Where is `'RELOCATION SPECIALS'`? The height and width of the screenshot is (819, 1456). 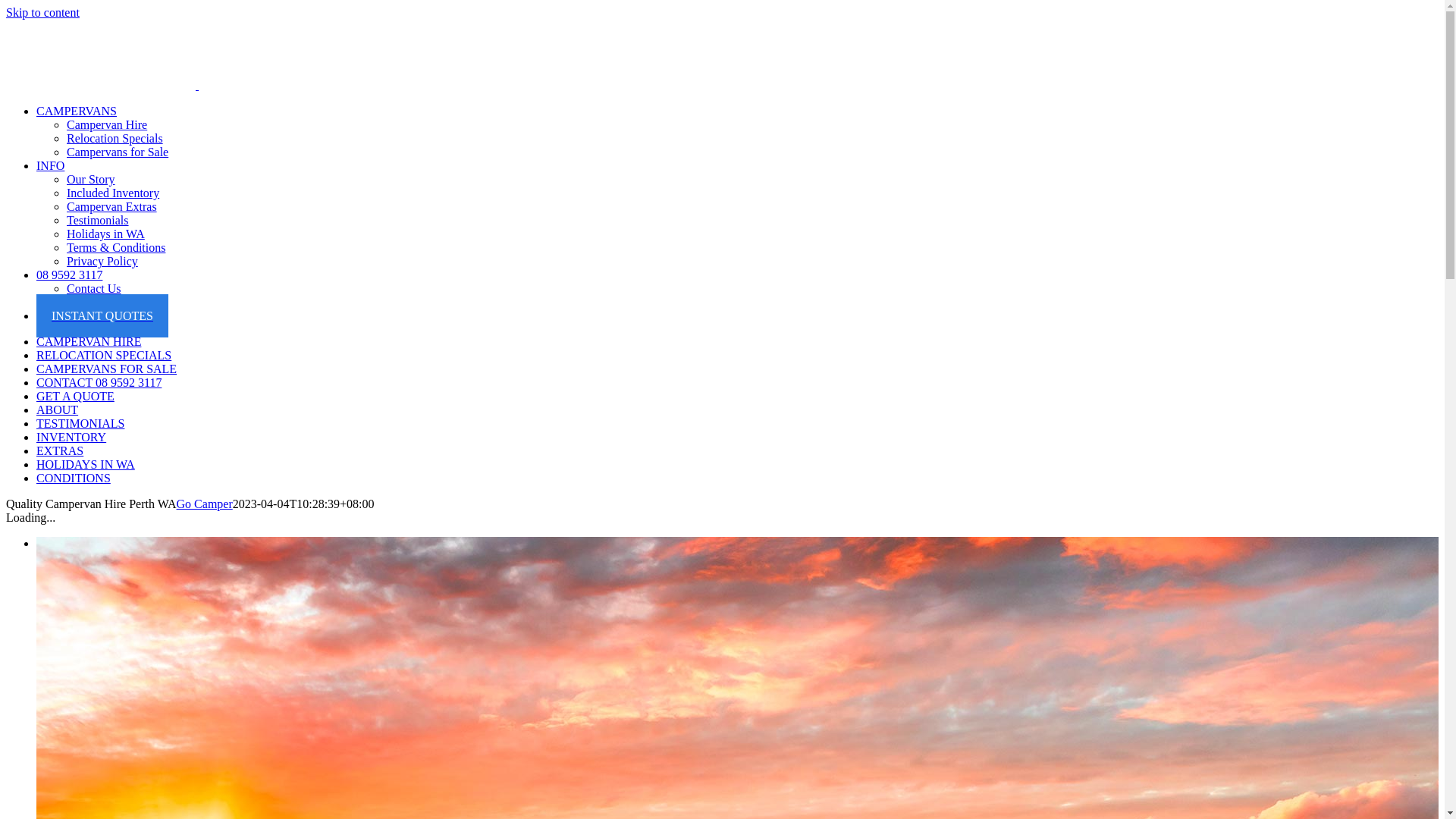
'RELOCATION SPECIALS' is located at coordinates (36, 355).